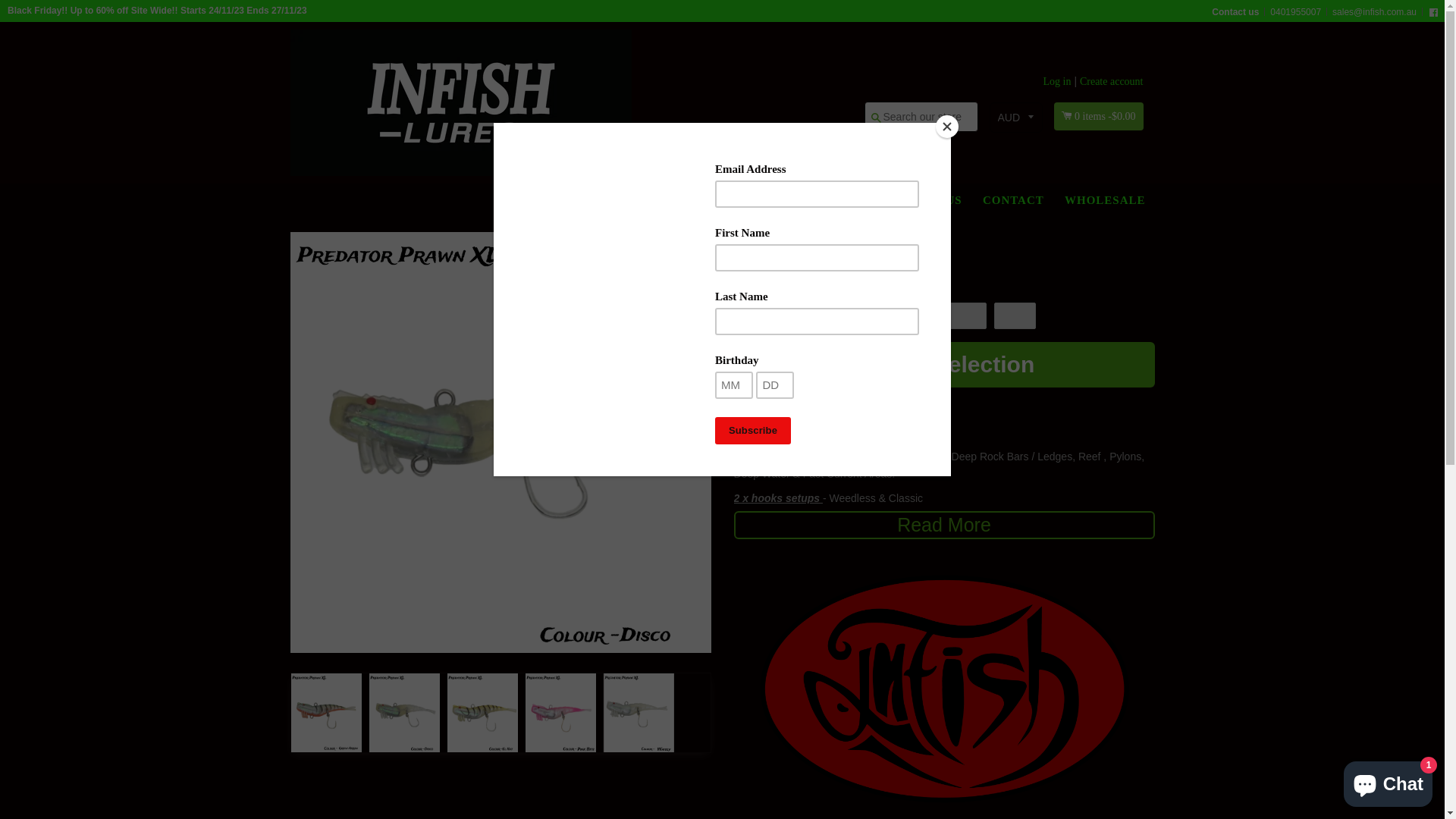 This screenshot has width=1456, height=819. What do you see at coordinates (1432, 11) in the screenshot?
I see `'Facebook'` at bounding box center [1432, 11].